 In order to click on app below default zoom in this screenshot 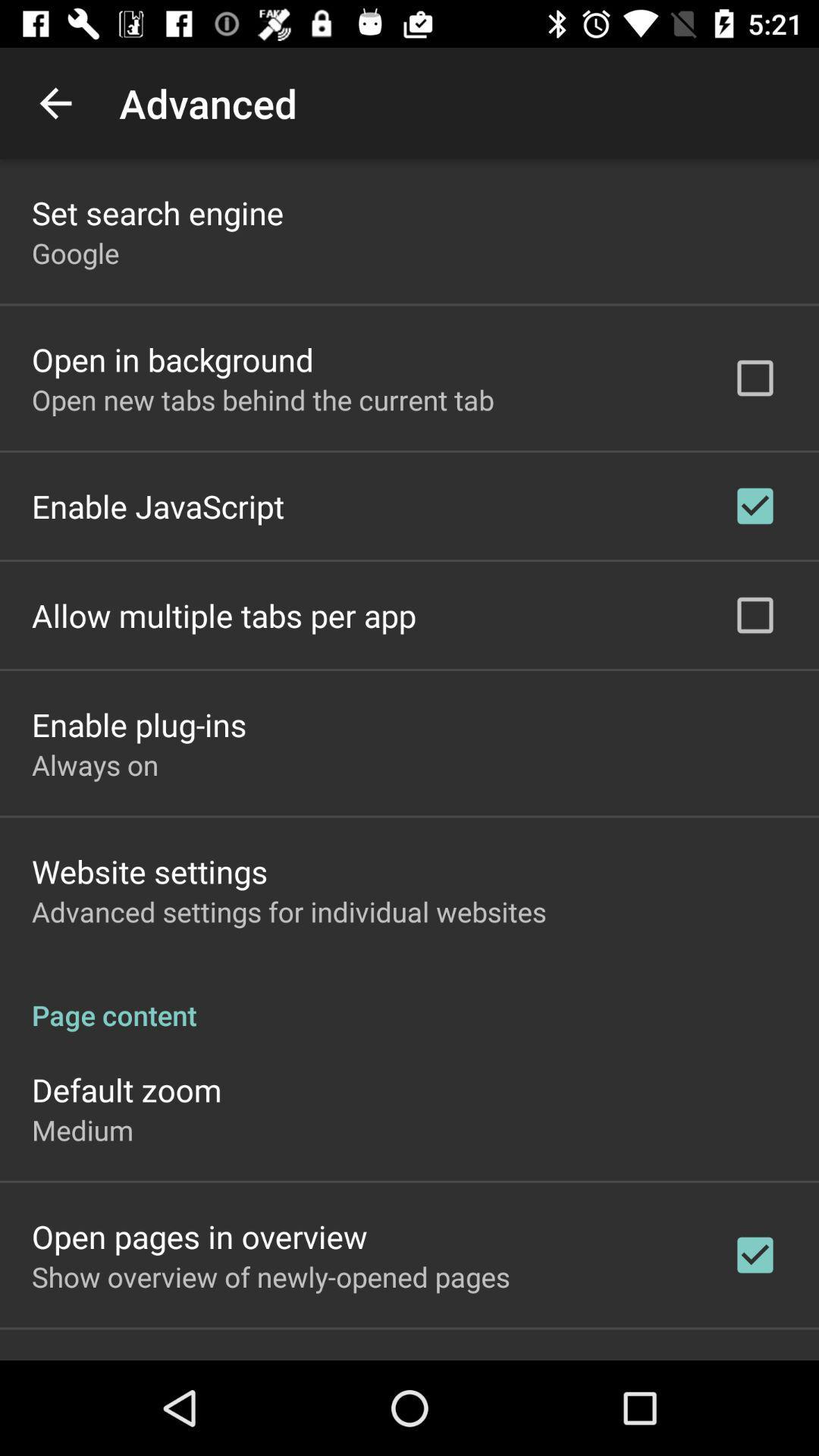, I will do `click(83, 1130)`.